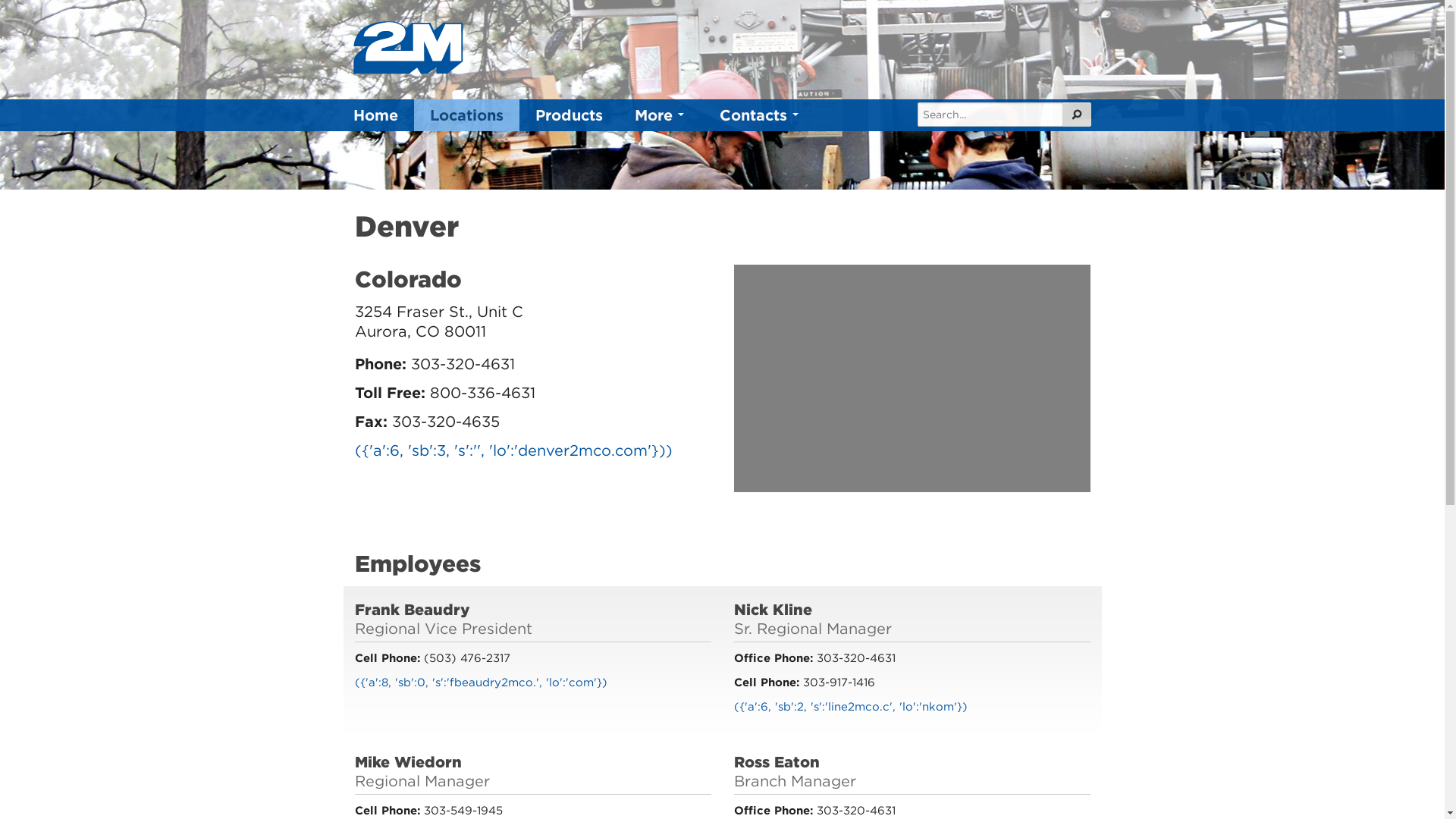 The image size is (1456, 819). I want to click on 'More', so click(661, 114).